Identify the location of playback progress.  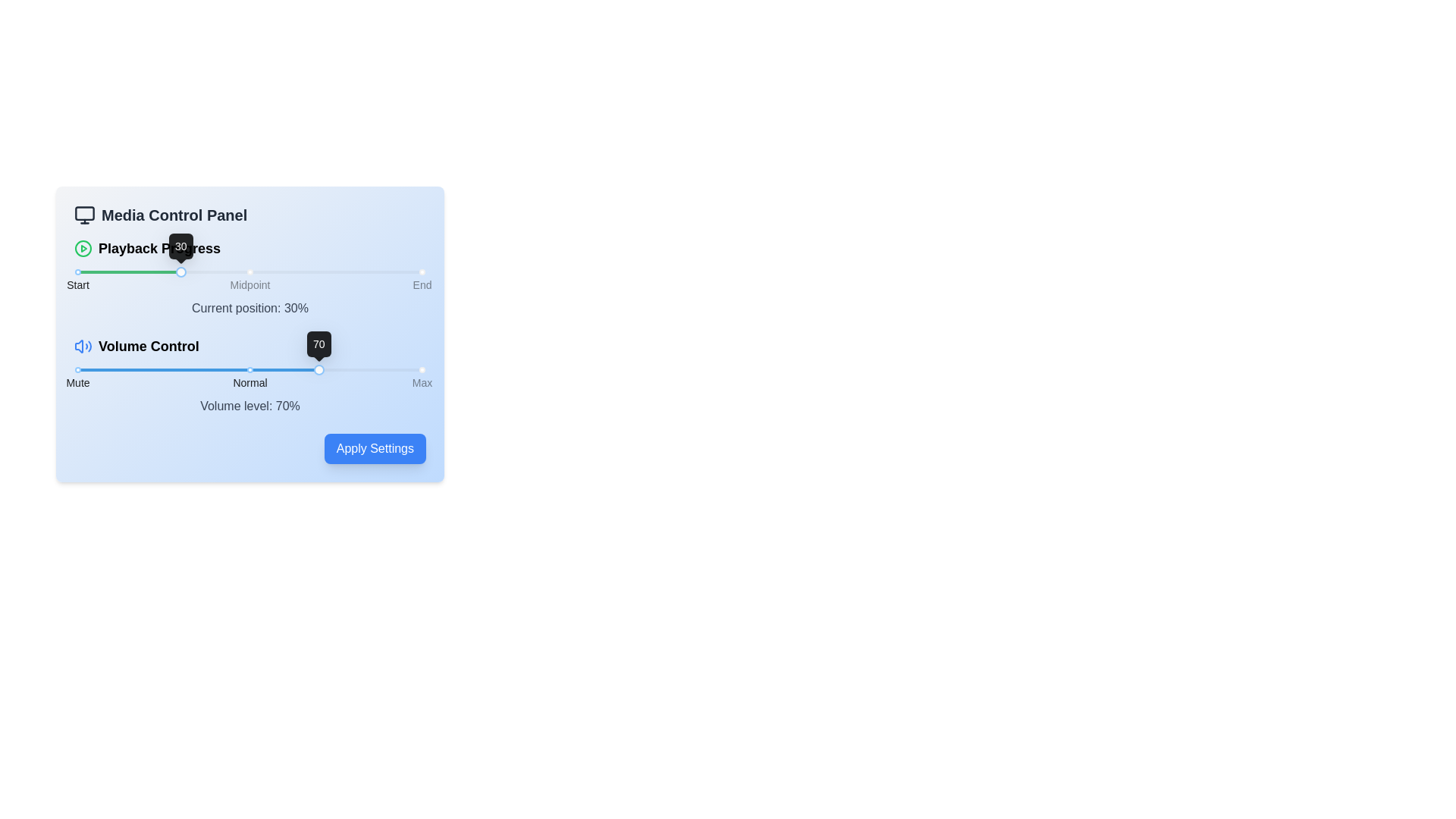
(388, 271).